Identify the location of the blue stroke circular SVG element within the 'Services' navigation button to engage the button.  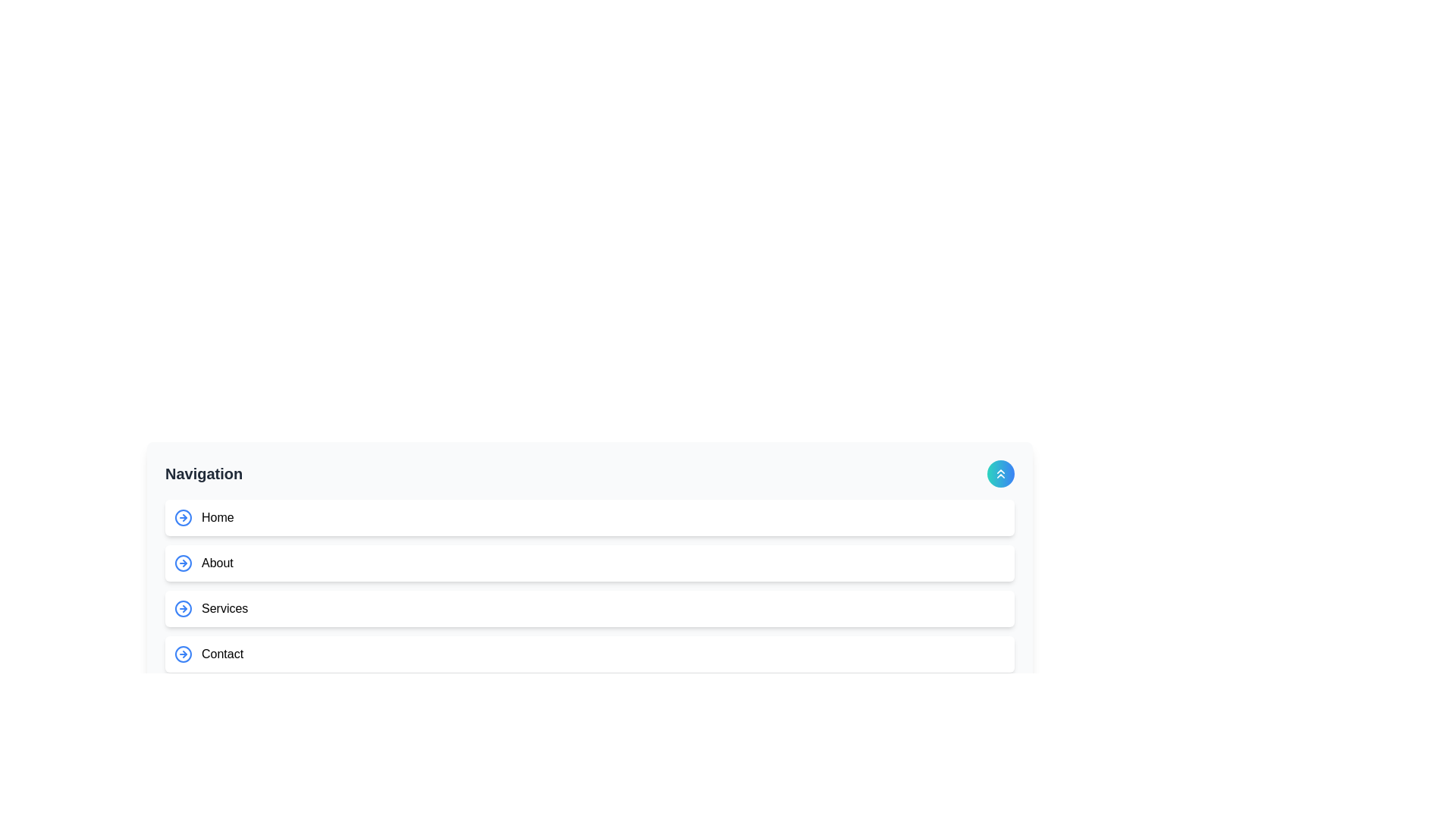
(182, 607).